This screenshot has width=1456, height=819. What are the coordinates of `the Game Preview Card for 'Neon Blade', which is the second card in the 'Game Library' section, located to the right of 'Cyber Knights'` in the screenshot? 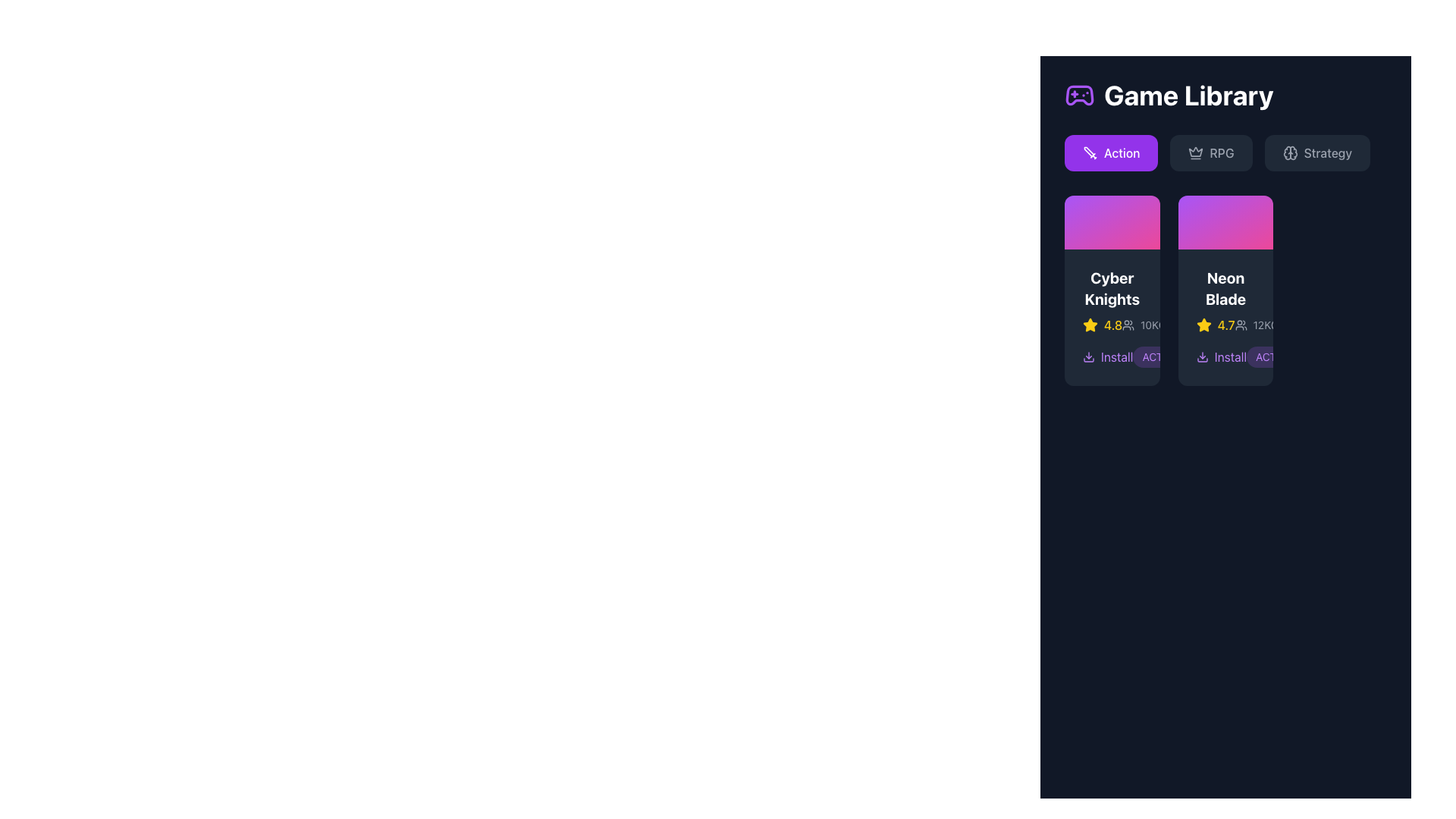 It's located at (1225, 290).